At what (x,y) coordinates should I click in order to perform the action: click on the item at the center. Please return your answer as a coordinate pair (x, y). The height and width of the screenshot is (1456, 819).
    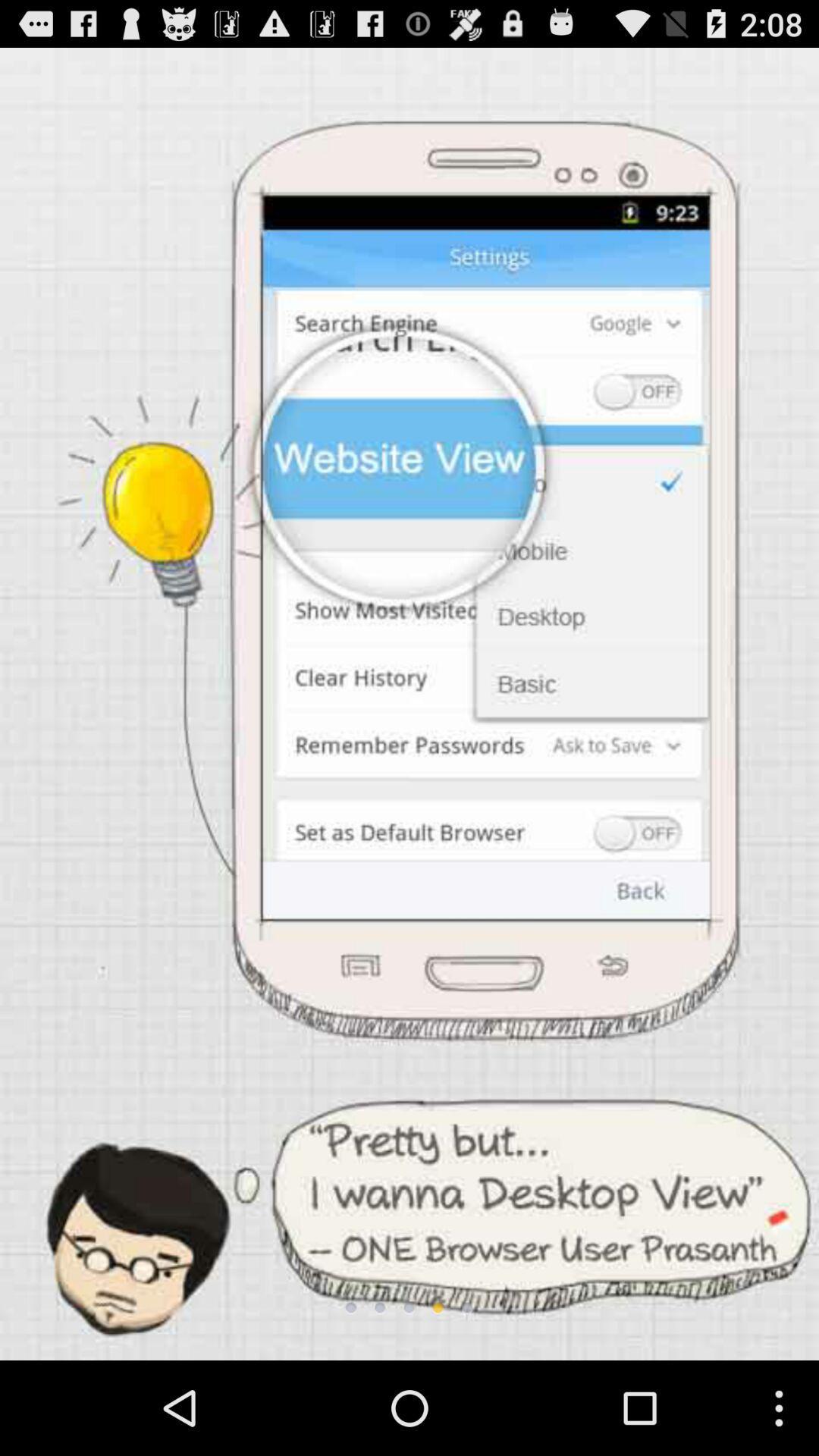
    Looking at the image, I should click on (409, 703).